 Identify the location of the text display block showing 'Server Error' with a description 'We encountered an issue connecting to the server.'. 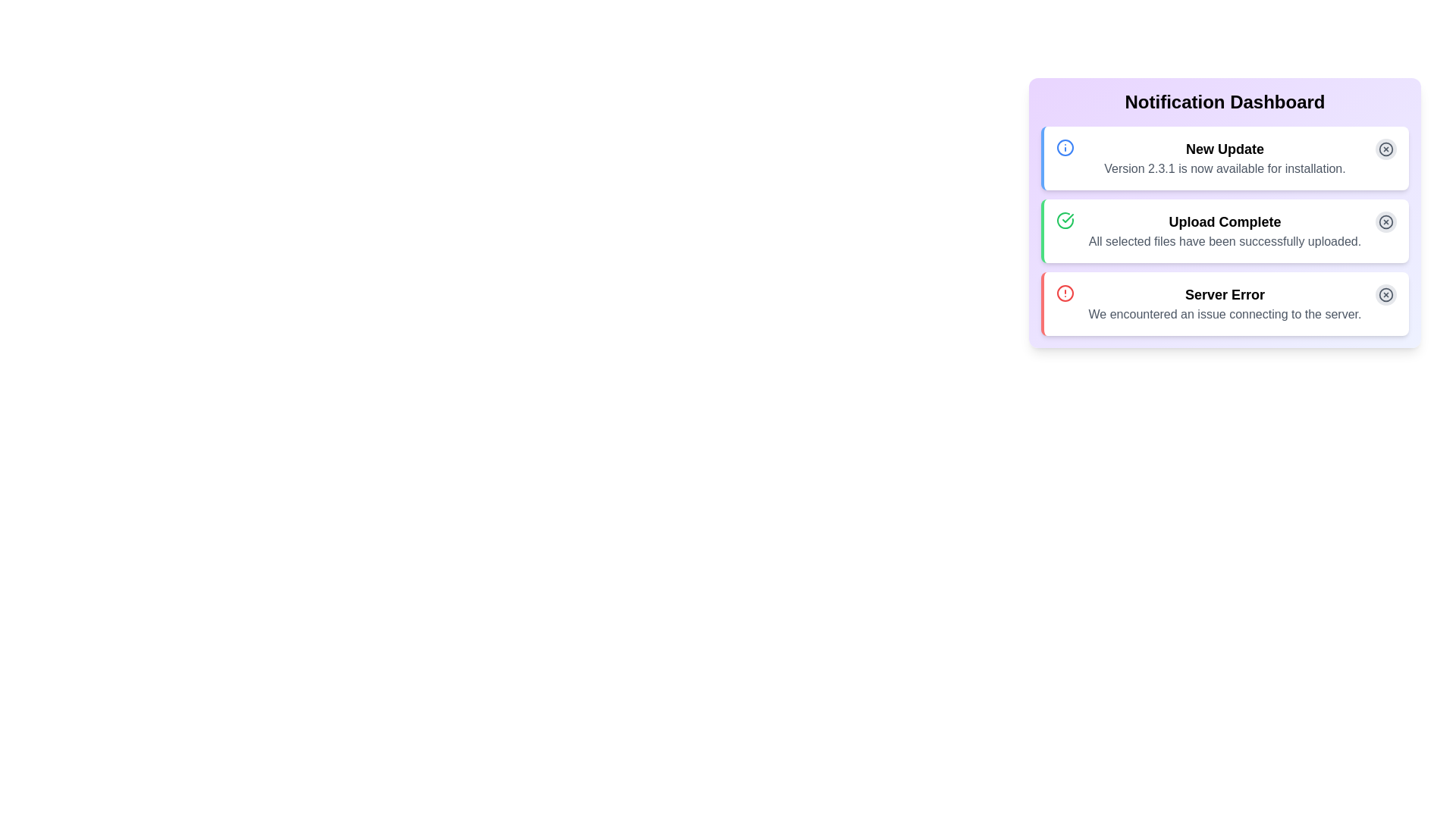
(1225, 304).